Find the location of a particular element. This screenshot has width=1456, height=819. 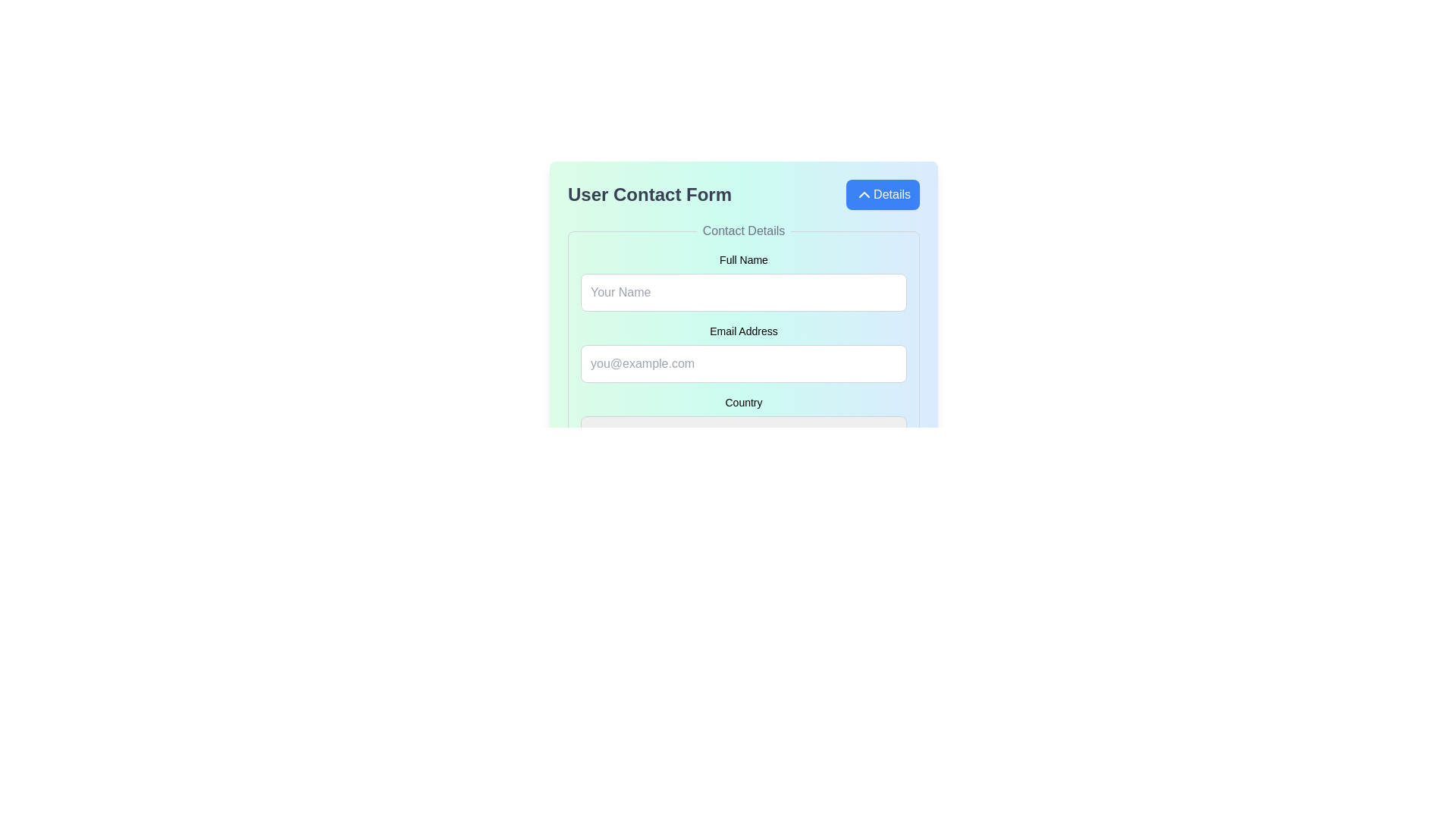

the dropdown menu for country selection, which is the third input field in the form located below 'Email Address' and above the 'Submit' section is located at coordinates (743, 422).